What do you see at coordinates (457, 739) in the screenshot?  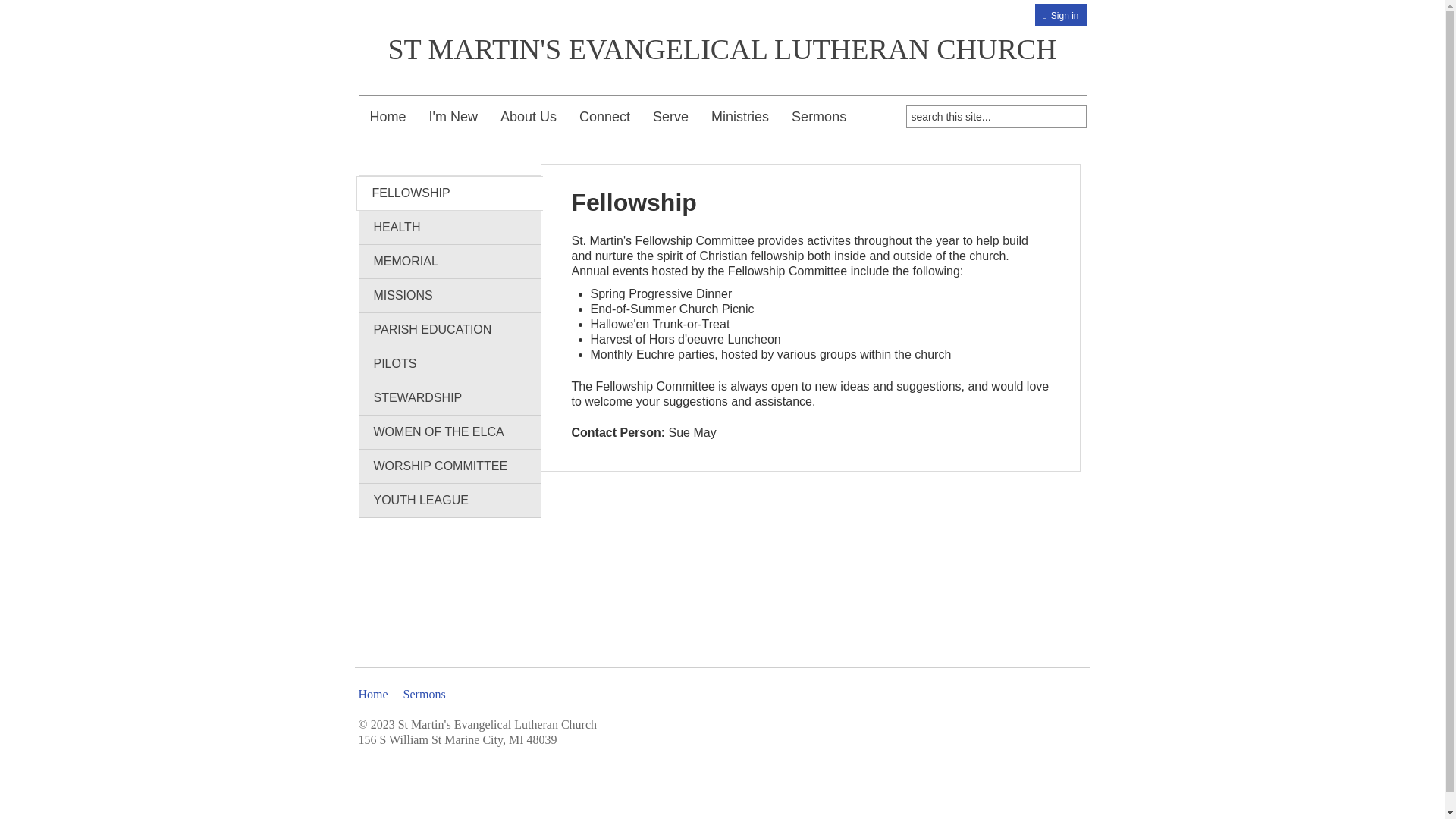 I see `'156 S William St Marine City, MI 48039'` at bounding box center [457, 739].